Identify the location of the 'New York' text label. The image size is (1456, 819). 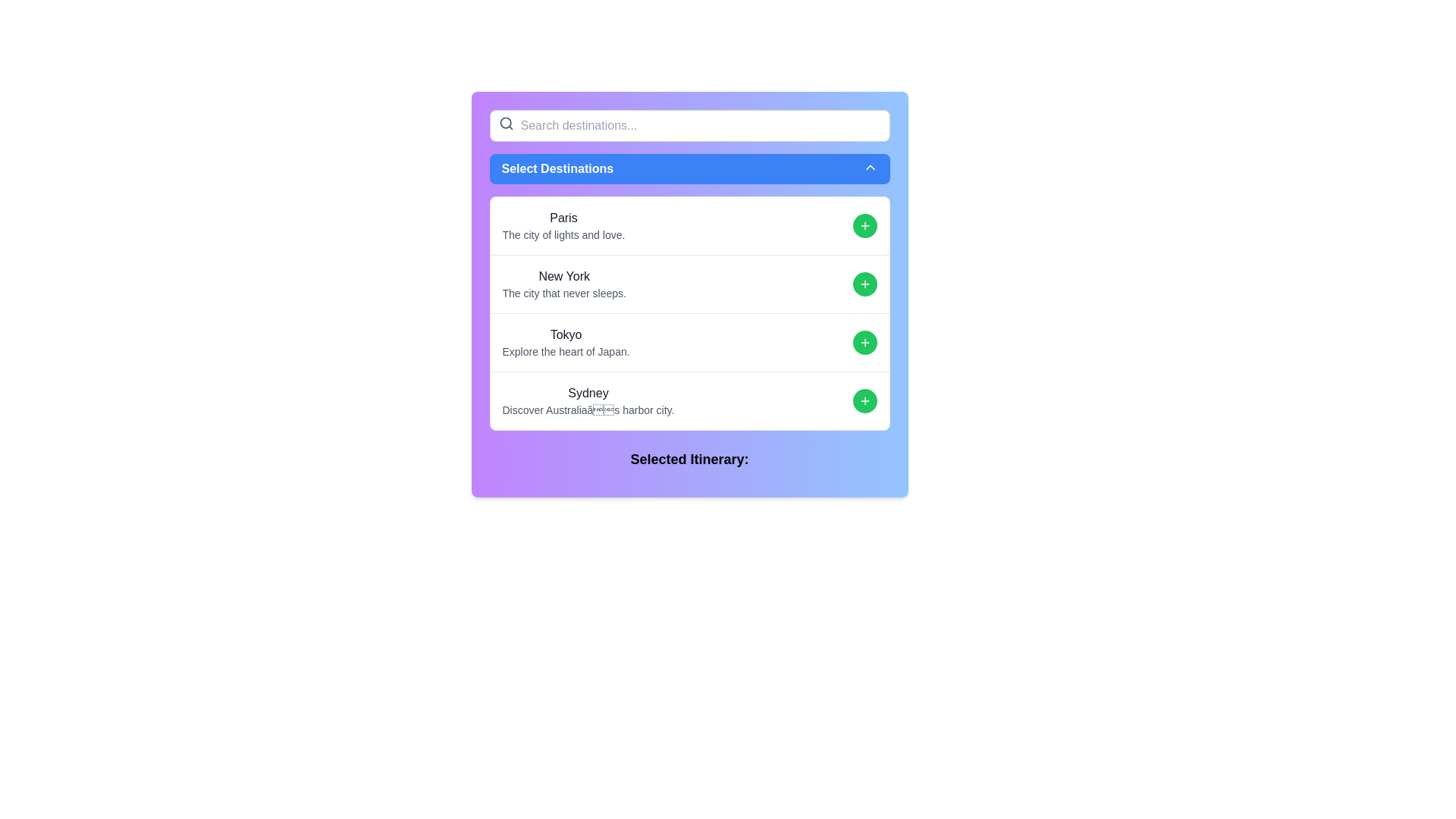
(563, 277).